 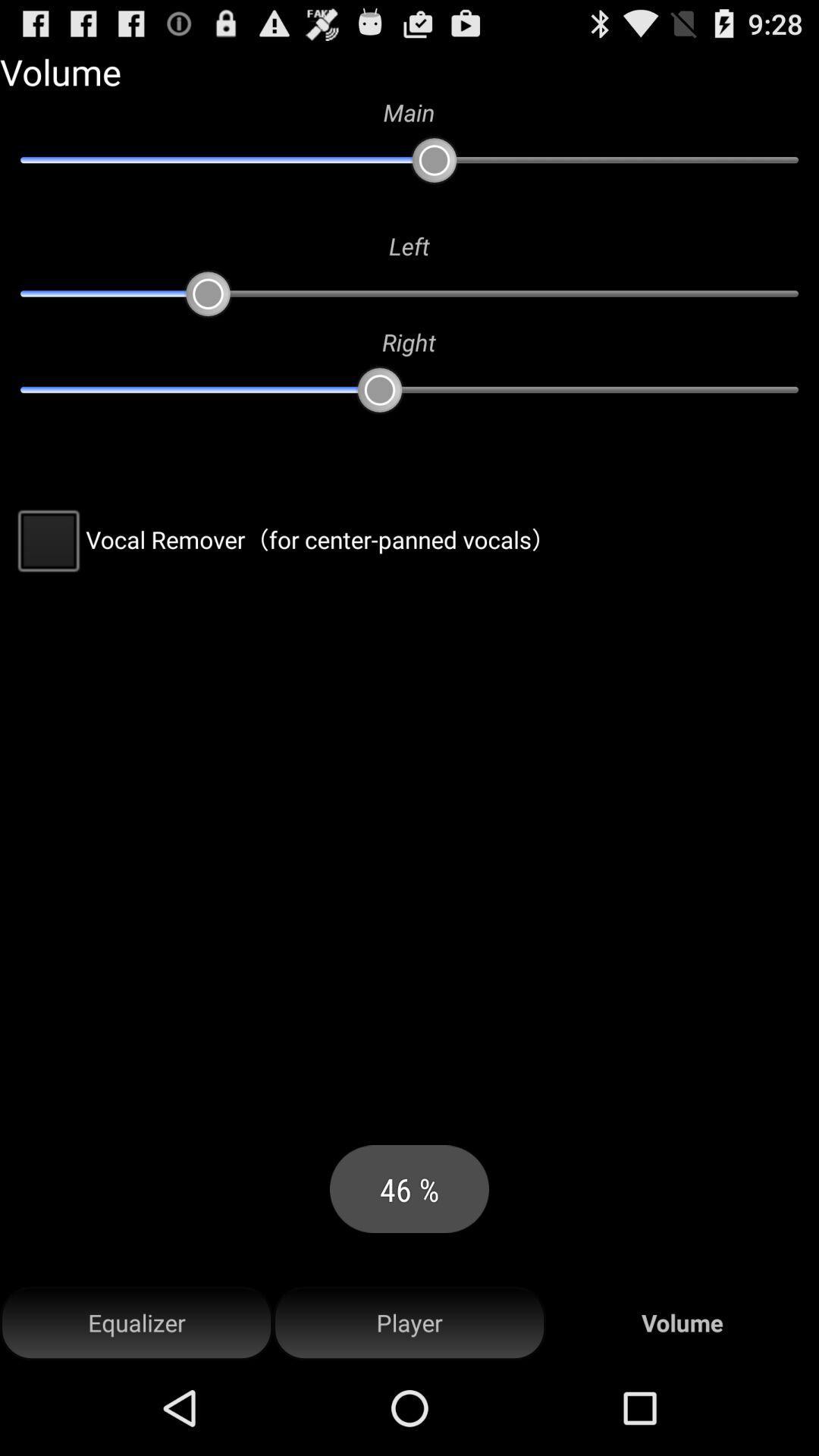 What do you see at coordinates (409, 1323) in the screenshot?
I see `option beside equalizer` at bounding box center [409, 1323].